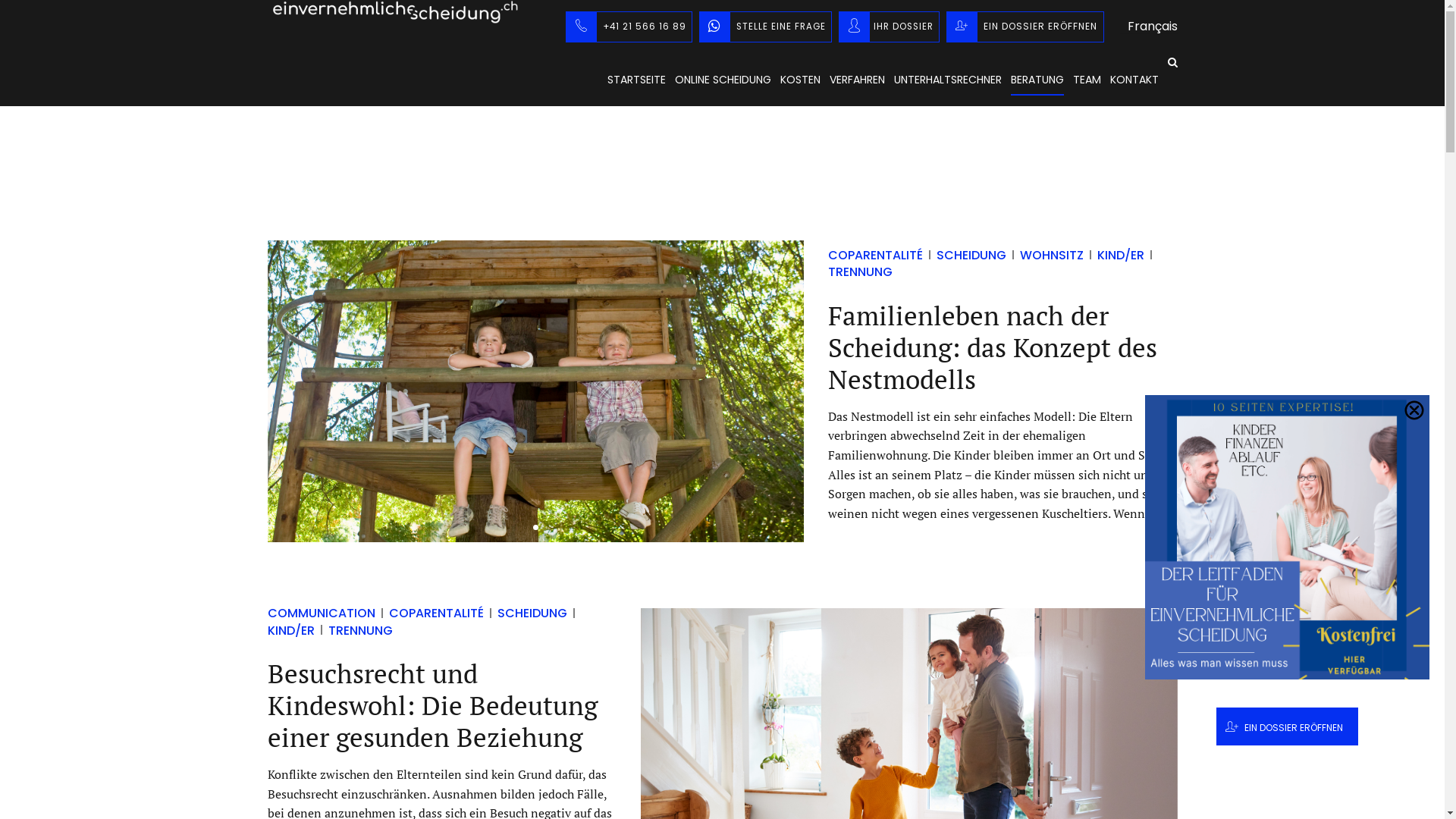  Describe the element at coordinates (673, 79) in the screenshot. I see `'ONLINE SCHEIDUNG'` at that location.